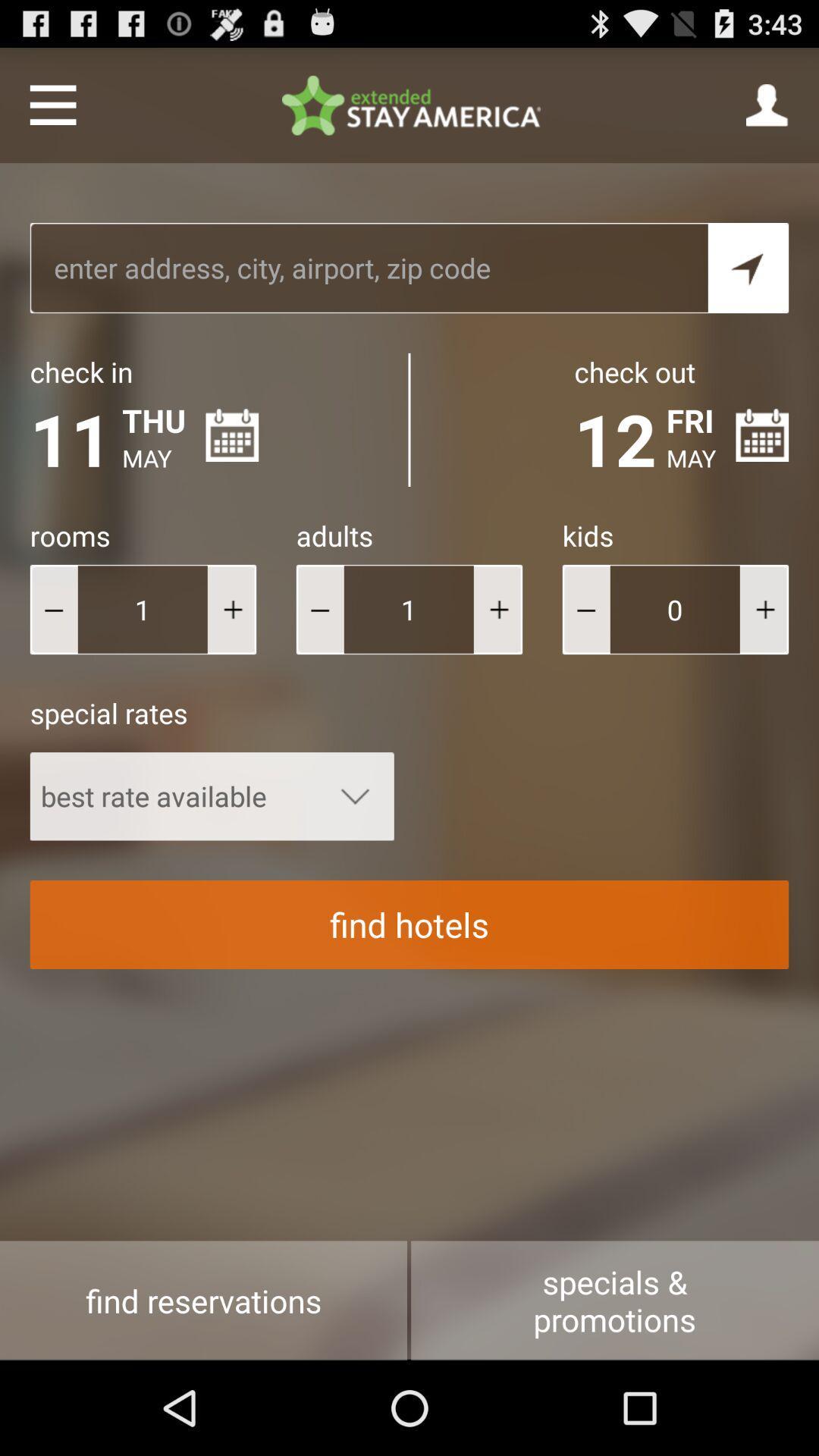  Describe the element at coordinates (748, 268) in the screenshot. I see `use location` at that location.